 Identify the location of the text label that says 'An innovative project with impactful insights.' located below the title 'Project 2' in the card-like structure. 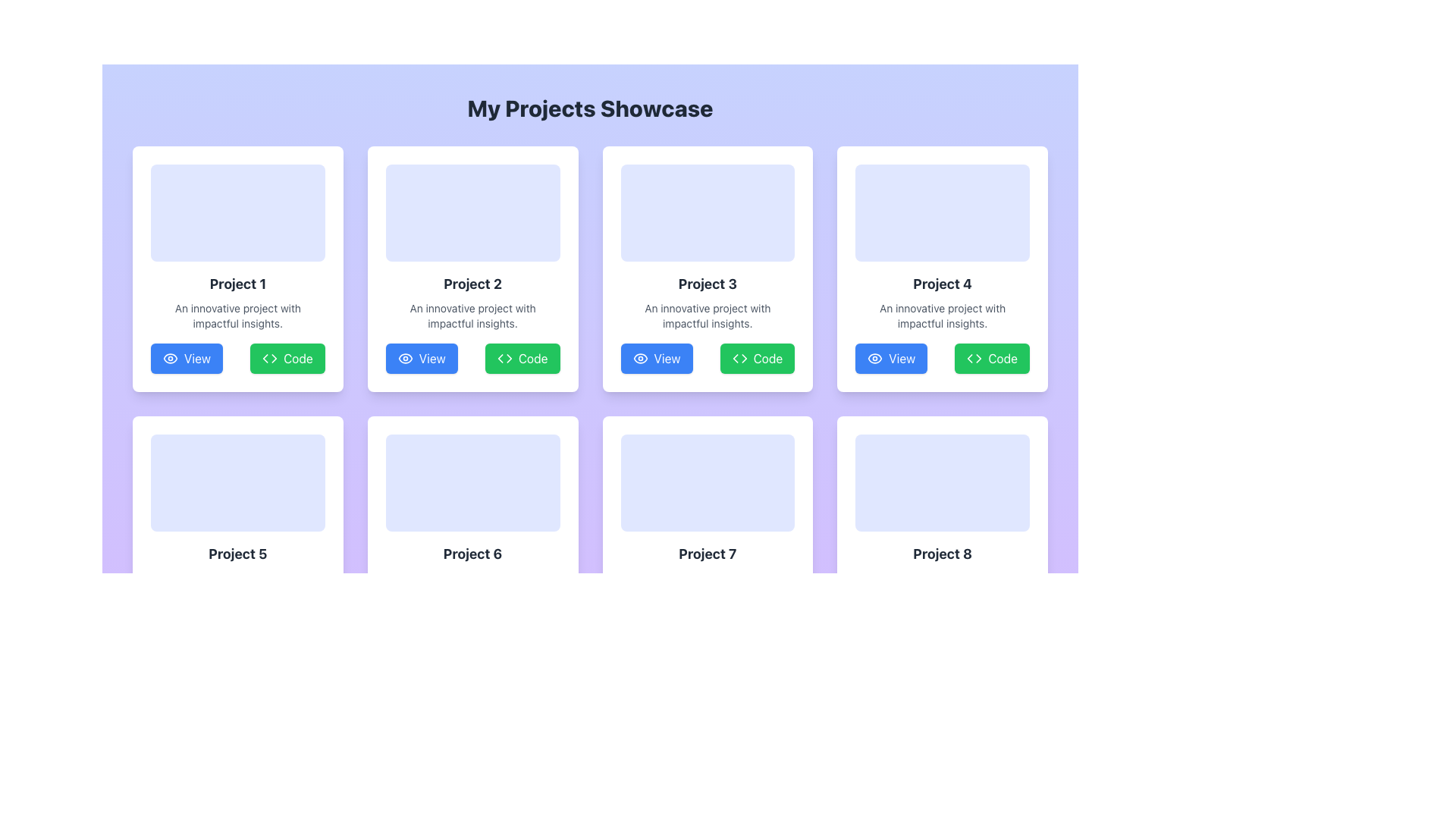
(472, 315).